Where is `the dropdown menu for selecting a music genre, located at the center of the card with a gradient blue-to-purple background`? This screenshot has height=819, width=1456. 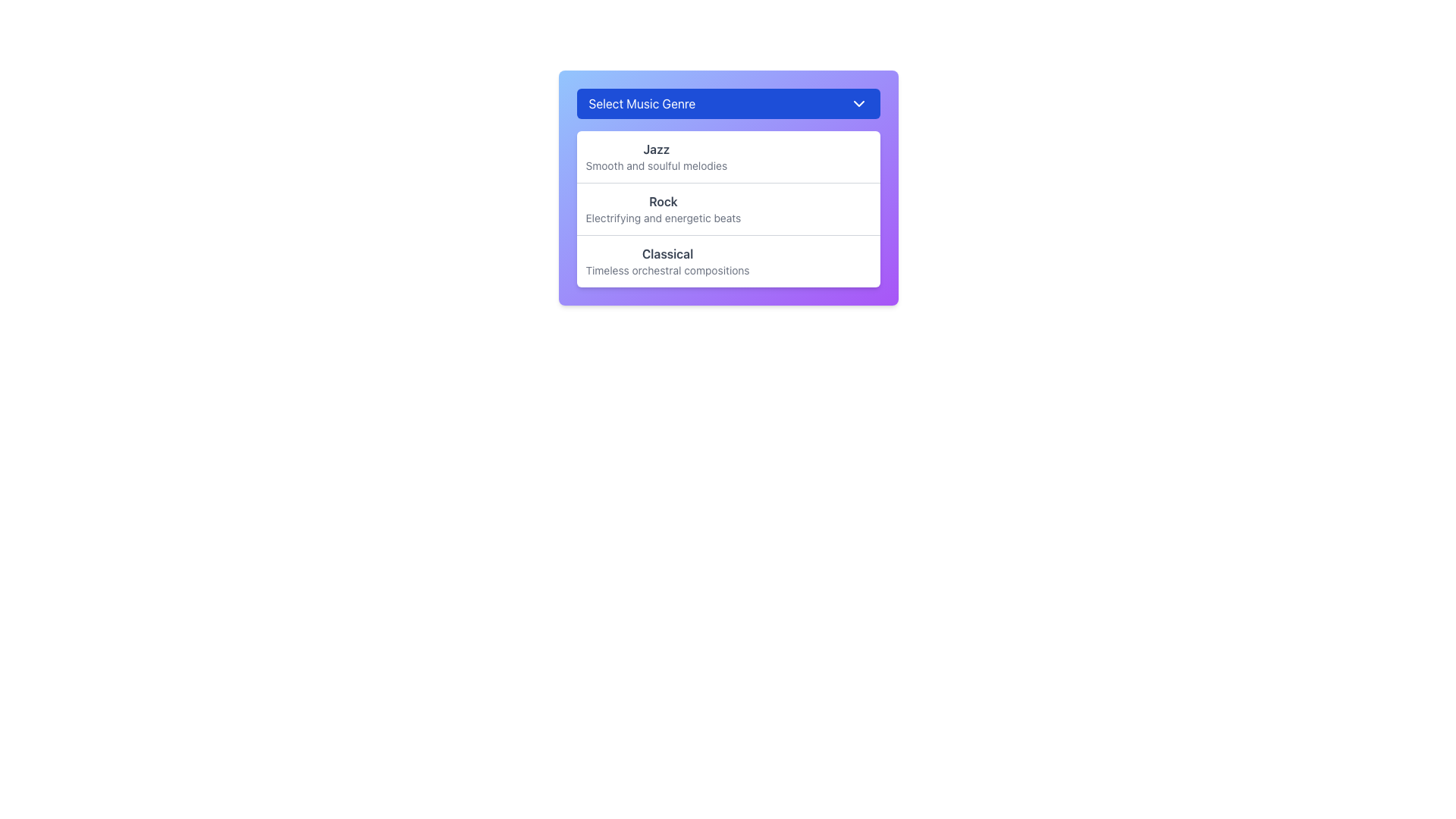
the dropdown menu for selecting a music genre, located at the center of the card with a gradient blue-to-purple background is located at coordinates (728, 103).